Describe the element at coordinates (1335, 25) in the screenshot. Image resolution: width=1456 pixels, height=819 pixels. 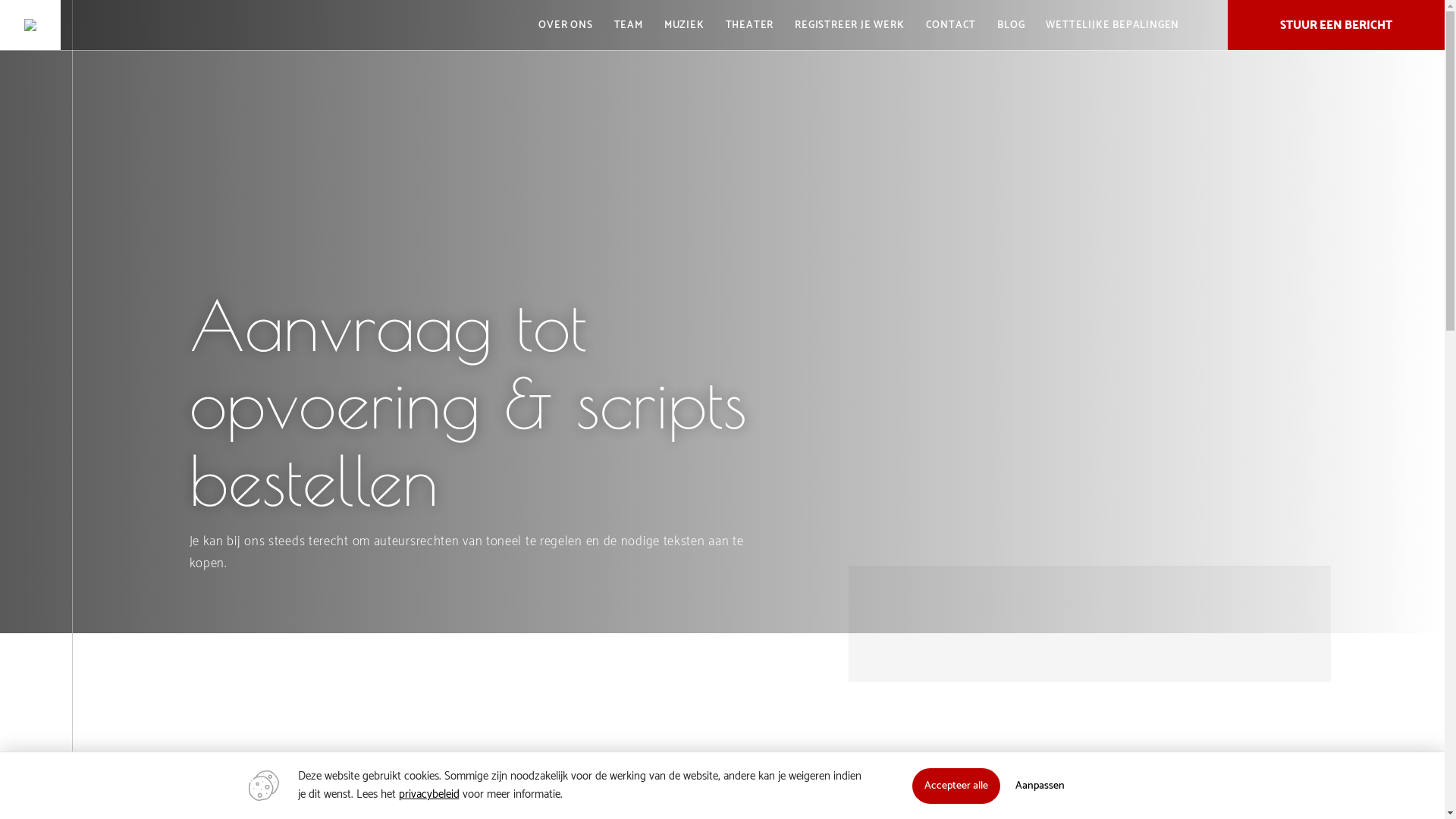
I see `'STUUR EEN BERICHT'` at that location.